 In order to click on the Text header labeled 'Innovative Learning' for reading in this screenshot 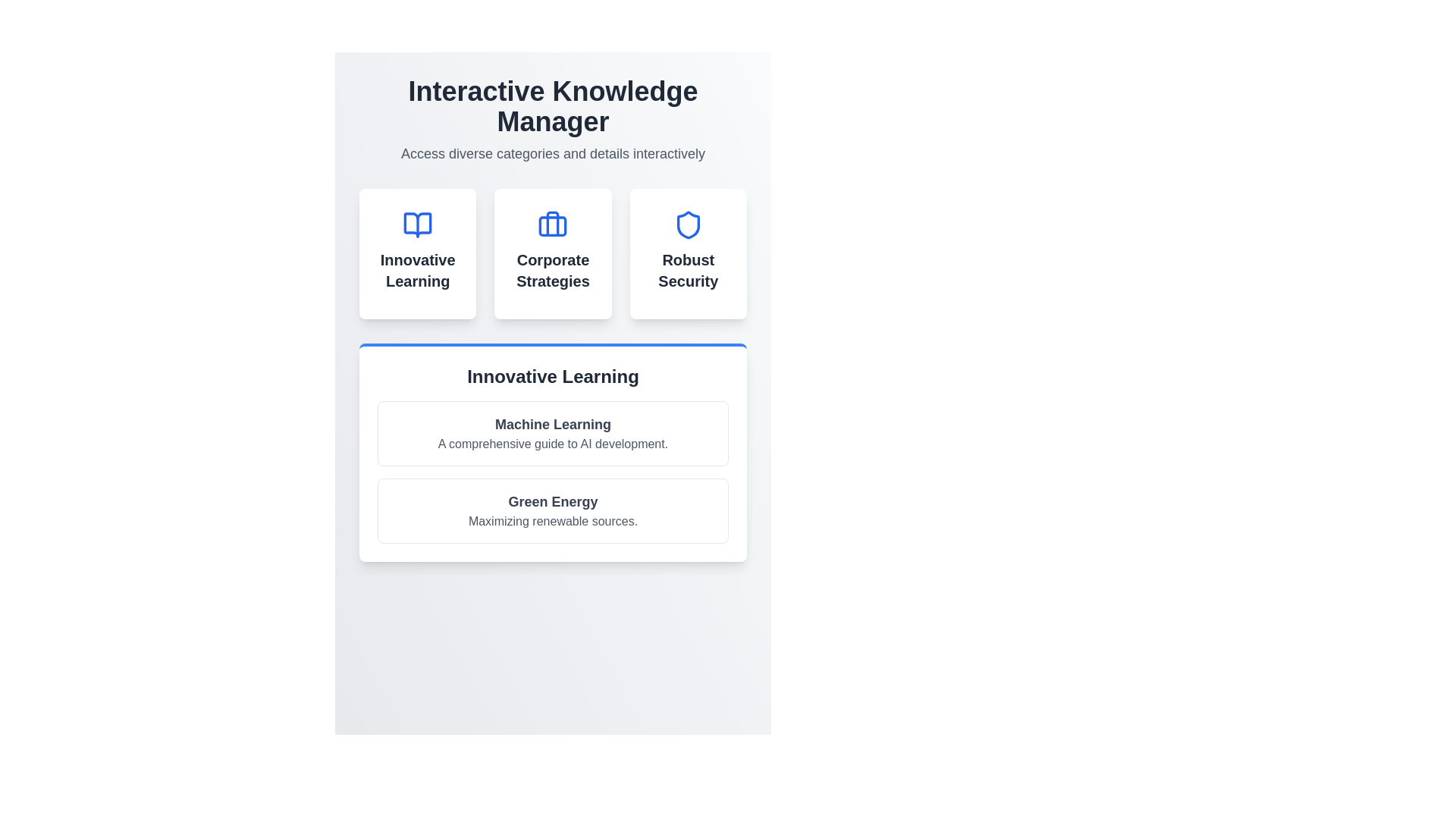, I will do `click(552, 376)`.